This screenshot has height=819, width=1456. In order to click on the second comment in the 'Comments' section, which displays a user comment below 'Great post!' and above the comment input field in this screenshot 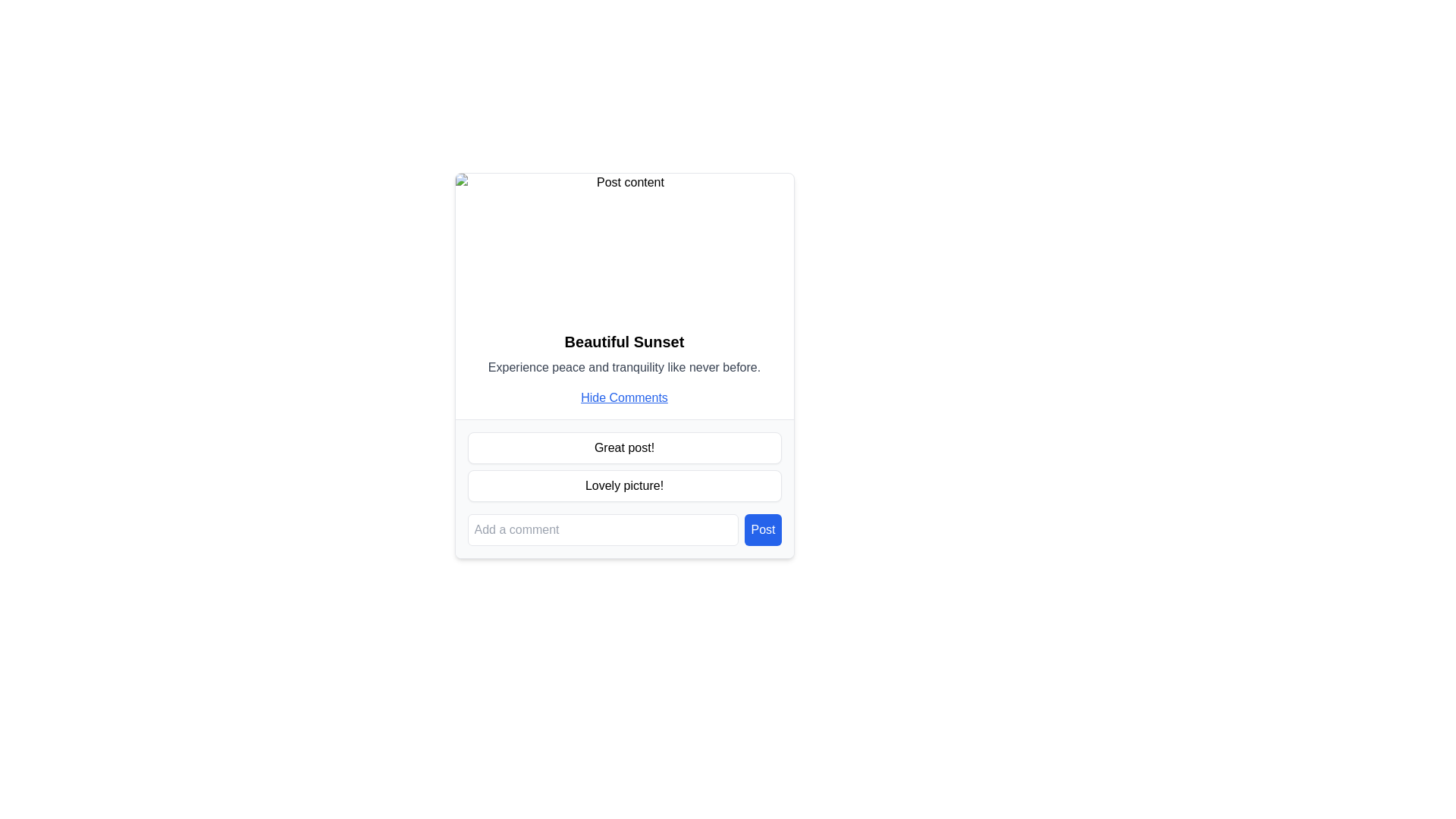, I will do `click(624, 488)`.